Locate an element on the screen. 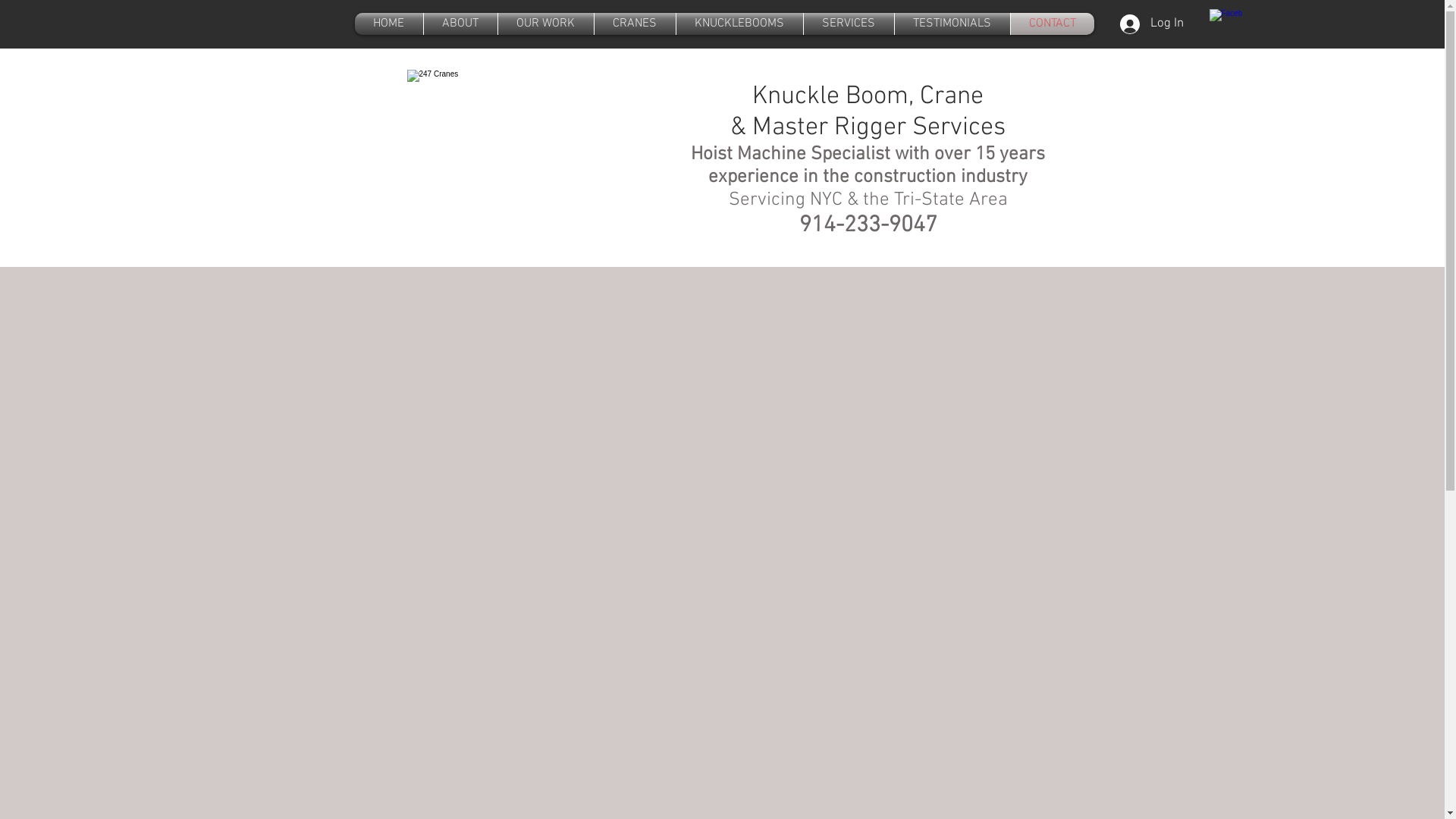 The height and width of the screenshot is (819, 1456). 'CONTACT' is located at coordinates (1051, 24).